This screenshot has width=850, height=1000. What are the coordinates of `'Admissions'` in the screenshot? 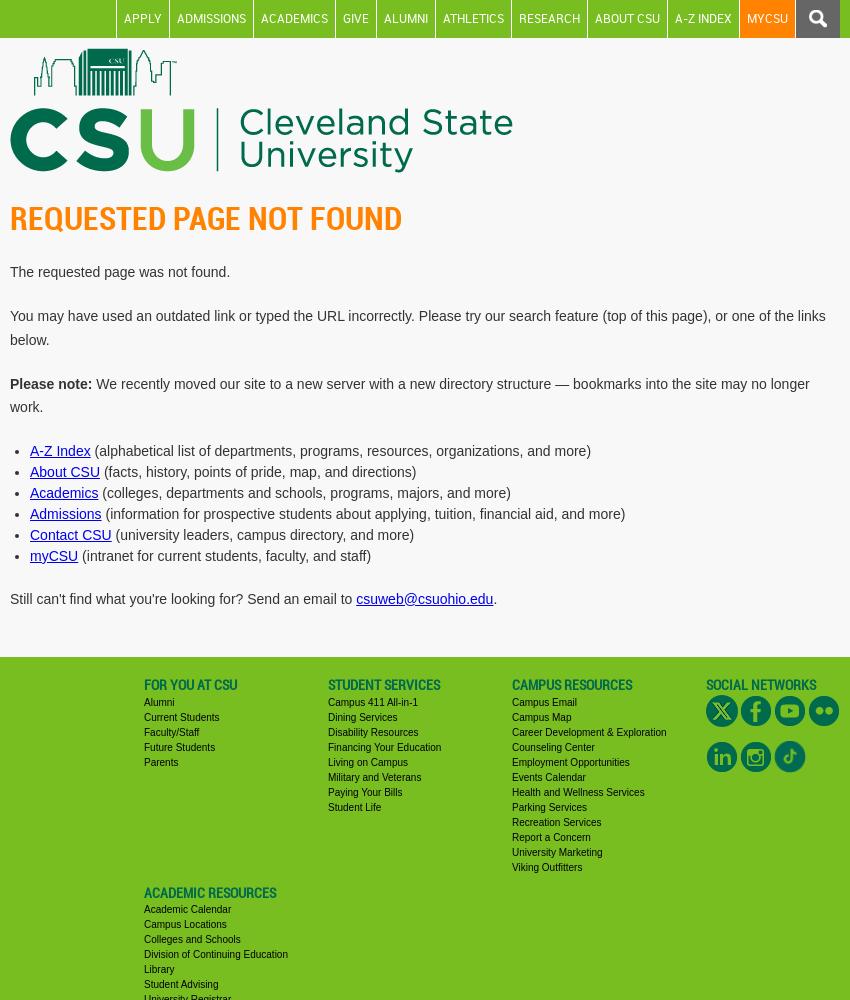 It's located at (65, 513).